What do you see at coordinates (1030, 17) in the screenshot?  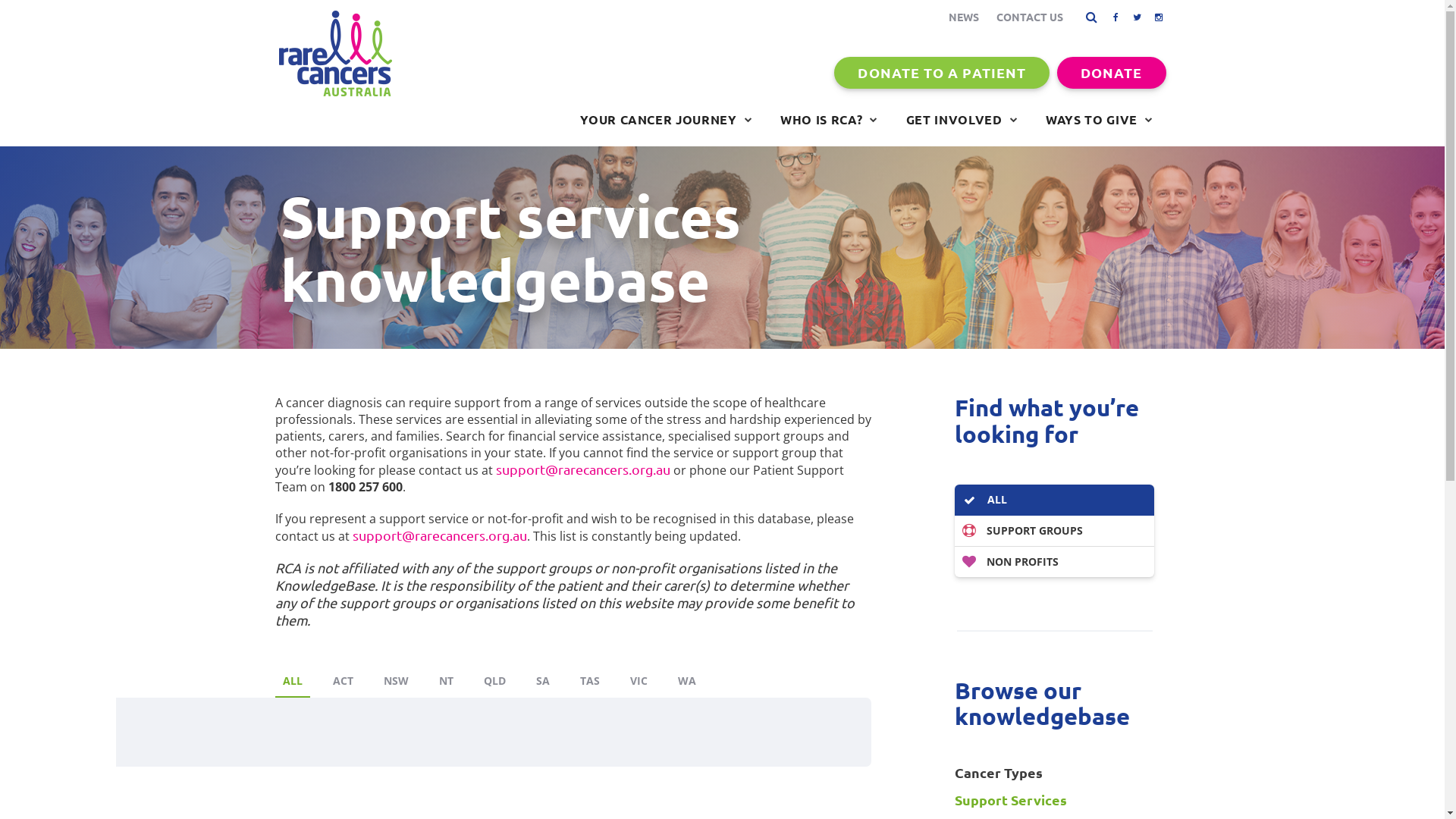 I see `'CONTACT US'` at bounding box center [1030, 17].